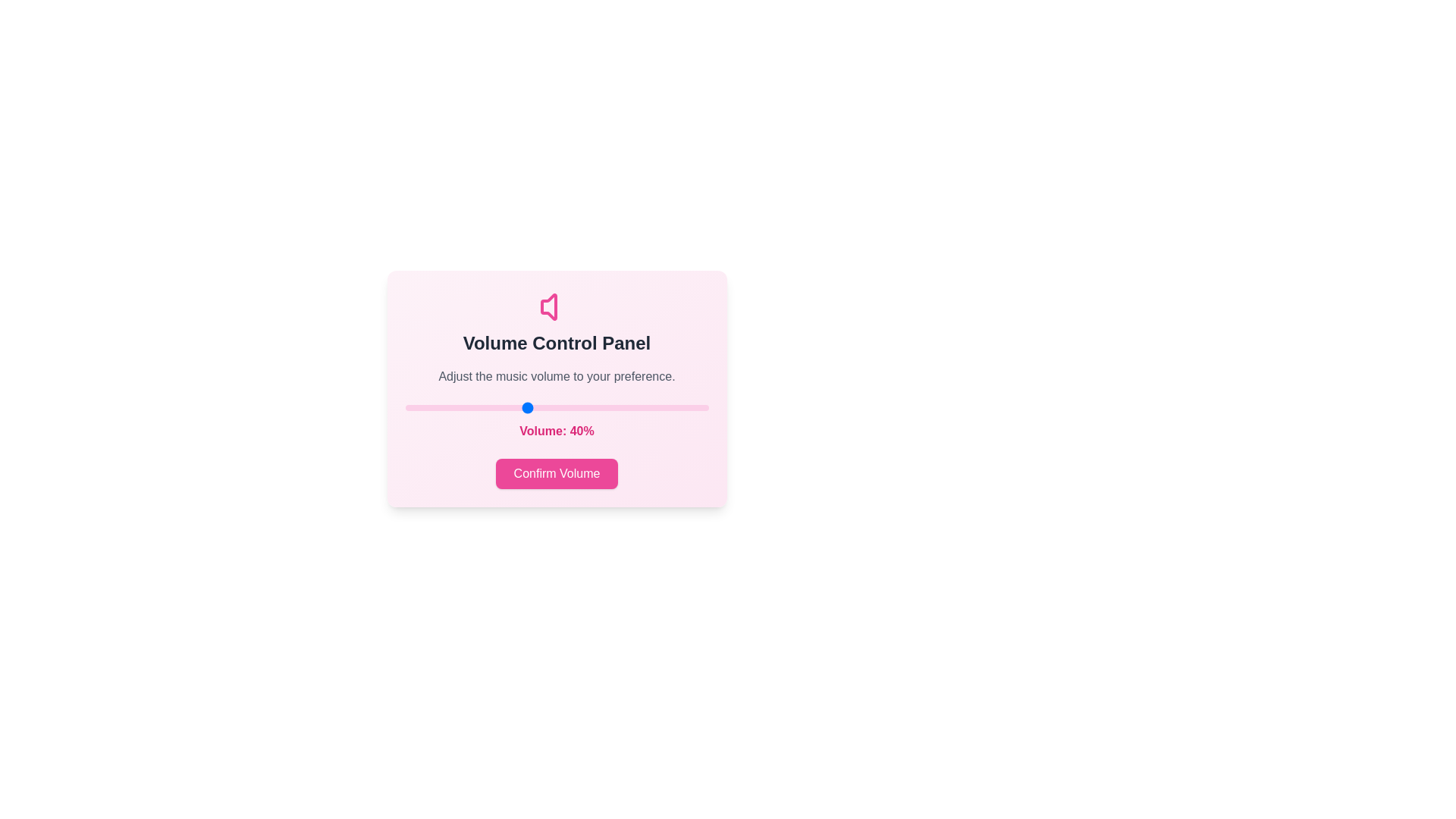 This screenshot has width=1456, height=819. Describe the element at coordinates (617, 406) in the screenshot. I see `the volume to 70 percent by dragging the slider` at that location.